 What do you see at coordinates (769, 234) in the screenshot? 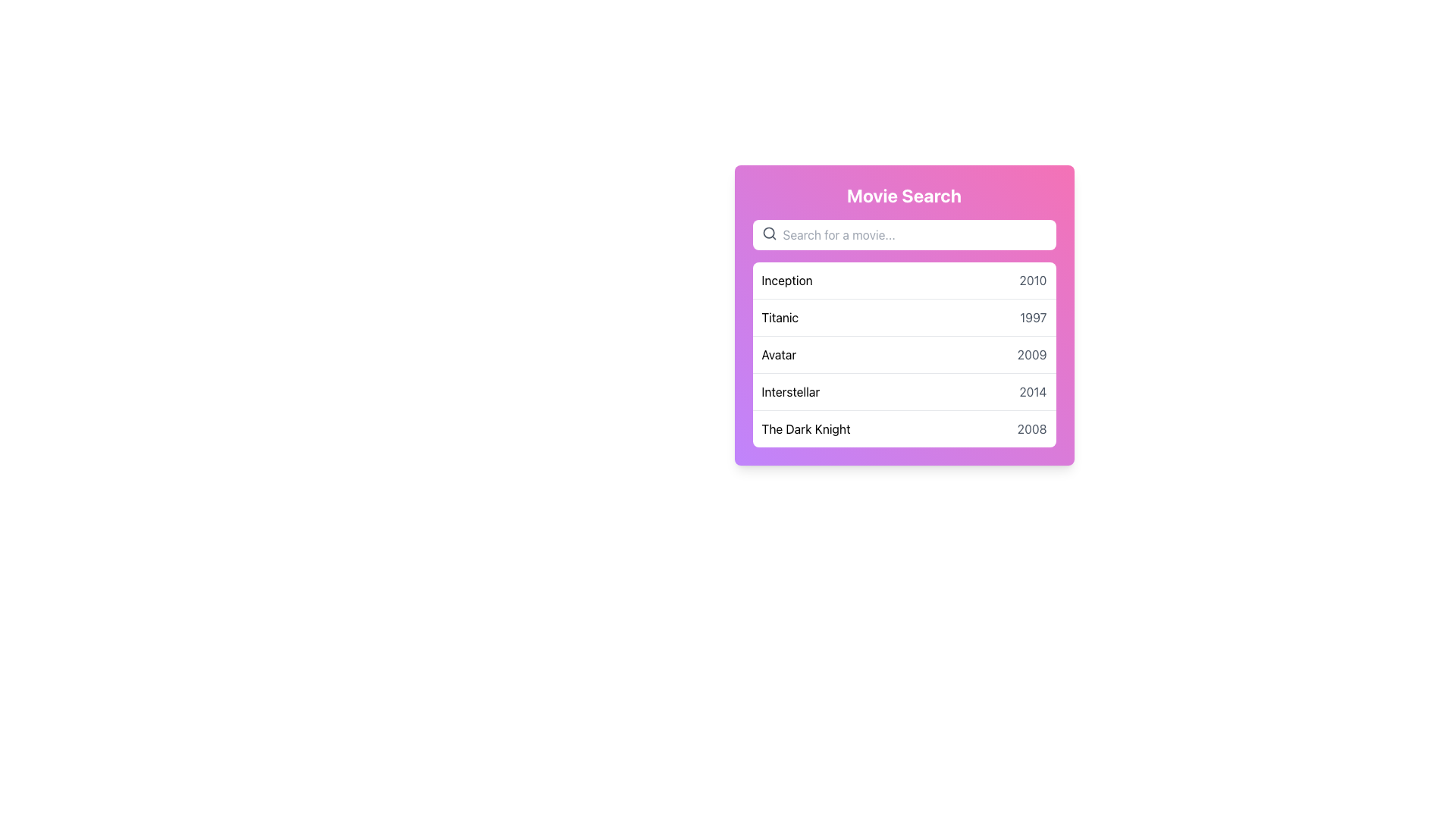
I see `the presence of the gray magnifying glass icon positioned inside the text input field on the left side of the 'Movie Search' panel` at bounding box center [769, 234].